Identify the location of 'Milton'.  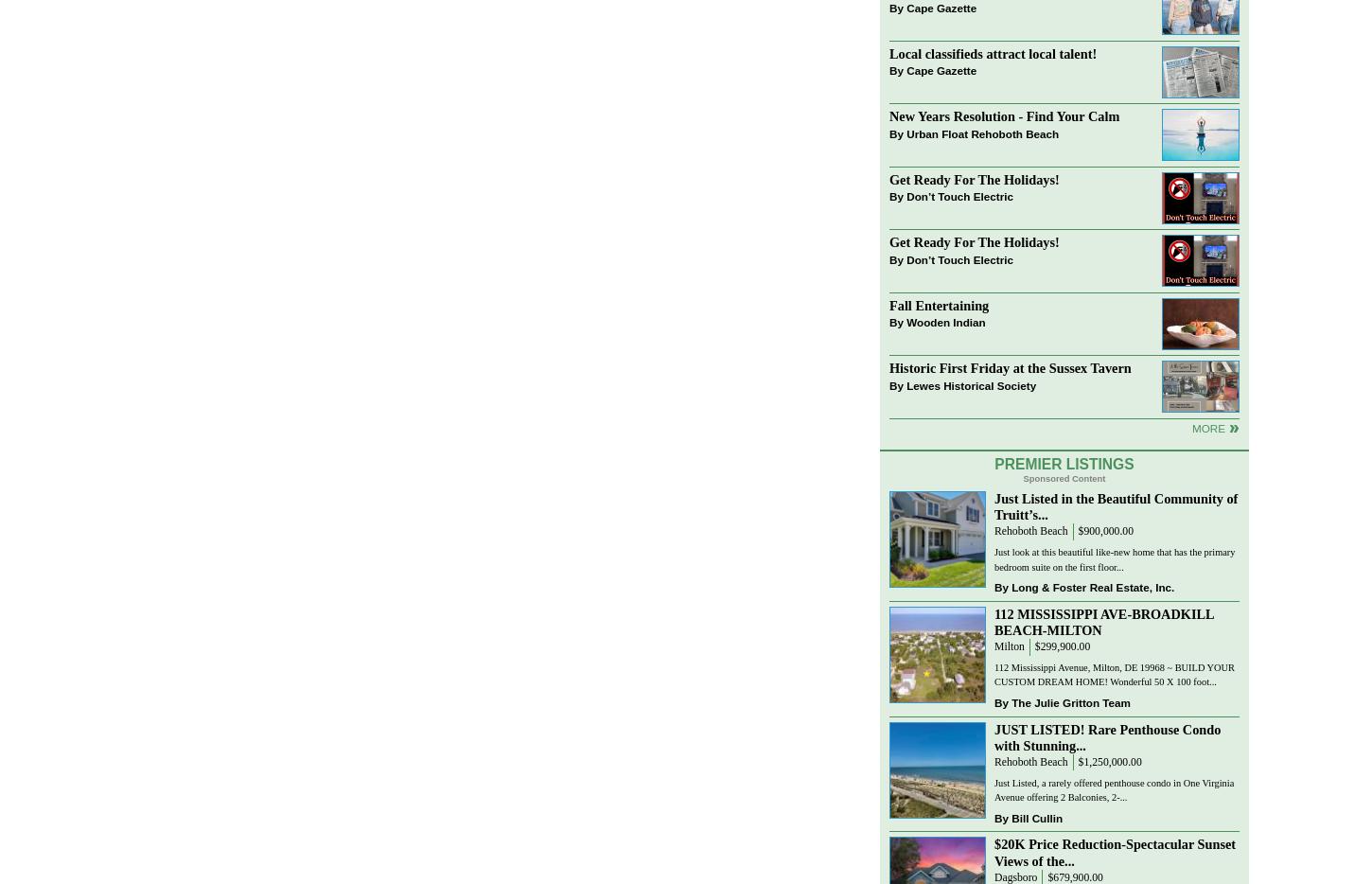
(1009, 645).